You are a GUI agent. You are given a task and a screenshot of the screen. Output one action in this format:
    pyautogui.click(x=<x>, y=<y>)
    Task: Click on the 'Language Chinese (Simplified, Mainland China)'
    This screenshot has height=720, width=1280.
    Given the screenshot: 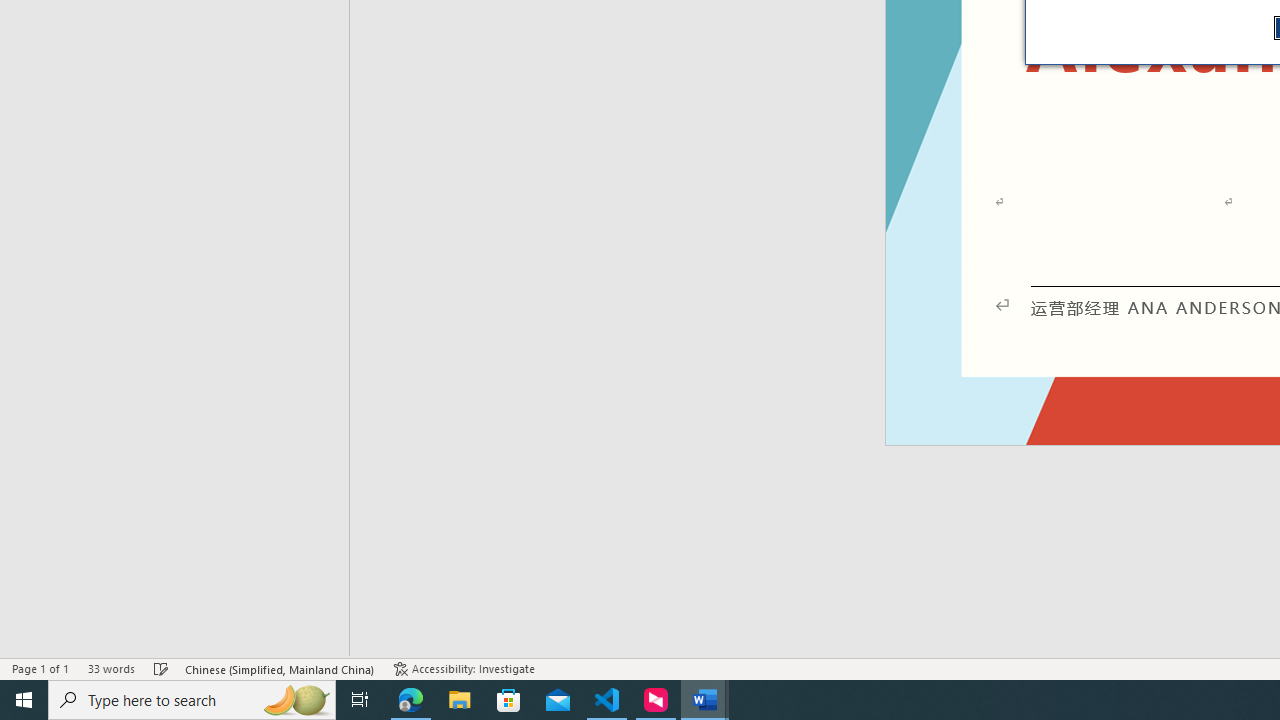 What is the action you would take?
    pyautogui.click(x=279, y=669)
    